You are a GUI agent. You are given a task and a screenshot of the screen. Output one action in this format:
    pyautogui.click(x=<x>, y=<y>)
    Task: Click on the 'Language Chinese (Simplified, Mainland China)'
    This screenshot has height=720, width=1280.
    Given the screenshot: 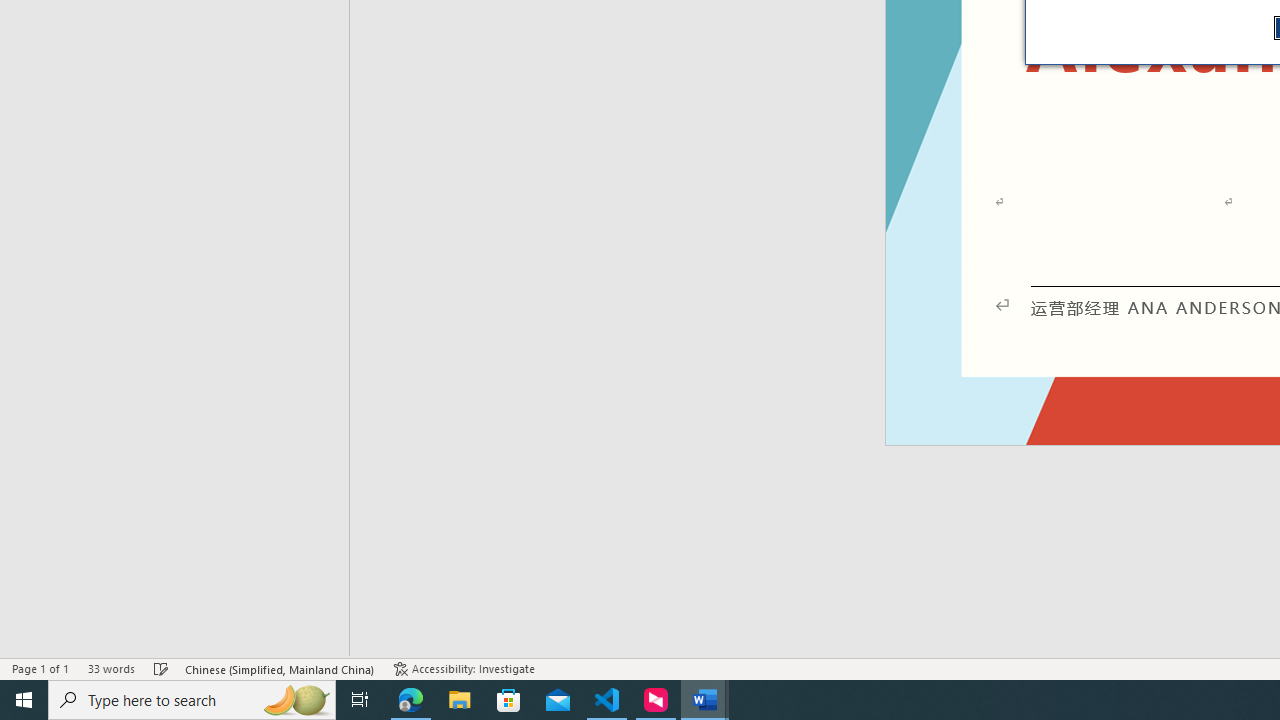 What is the action you would take?
    pyautogui.click(x=279, y=669)
    